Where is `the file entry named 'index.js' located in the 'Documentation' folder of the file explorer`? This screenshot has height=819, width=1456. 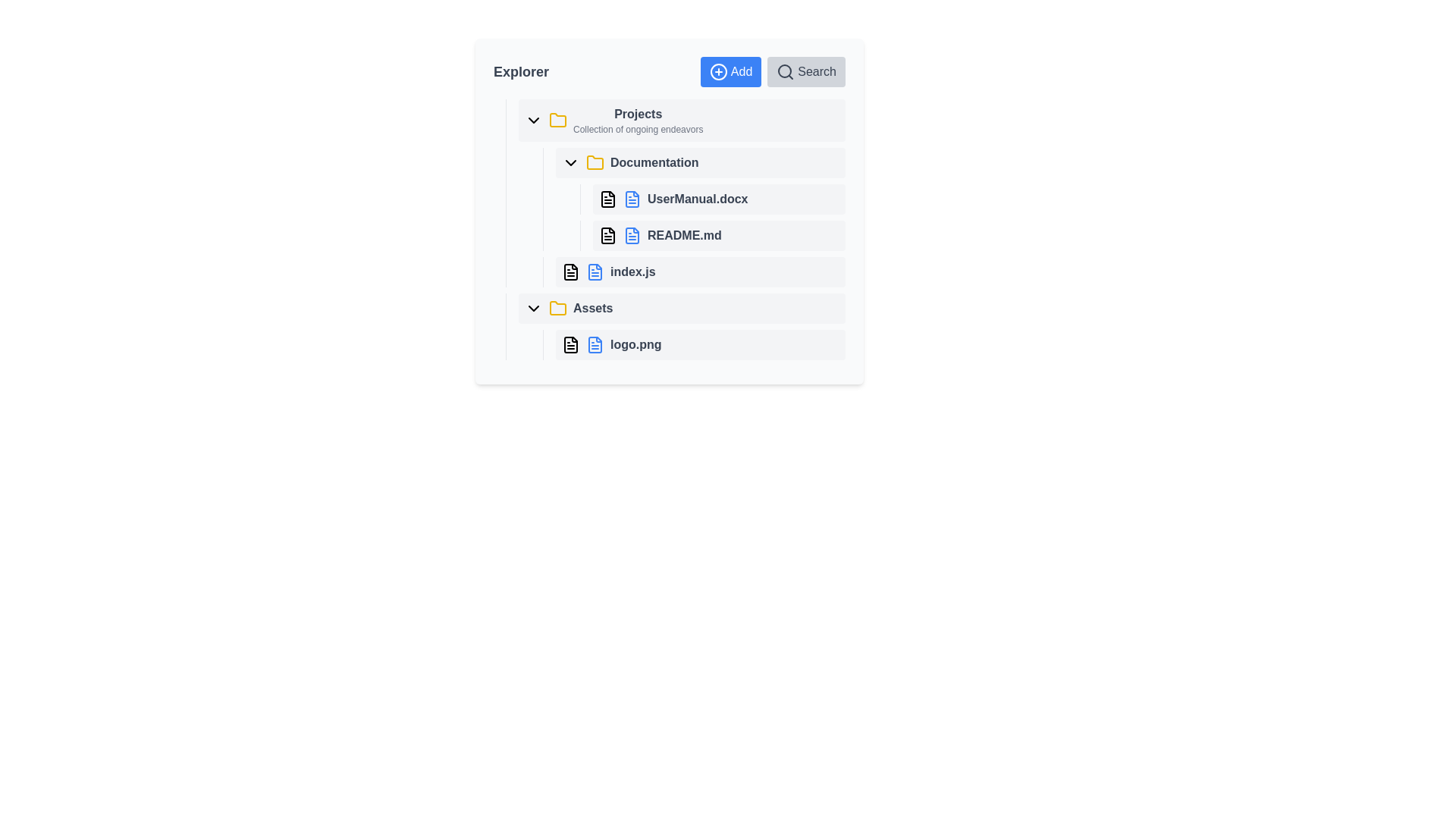 the file entry named 'index.js' located in the 'Documentation' folder of the file explorer is located at coordinates (693, 271).